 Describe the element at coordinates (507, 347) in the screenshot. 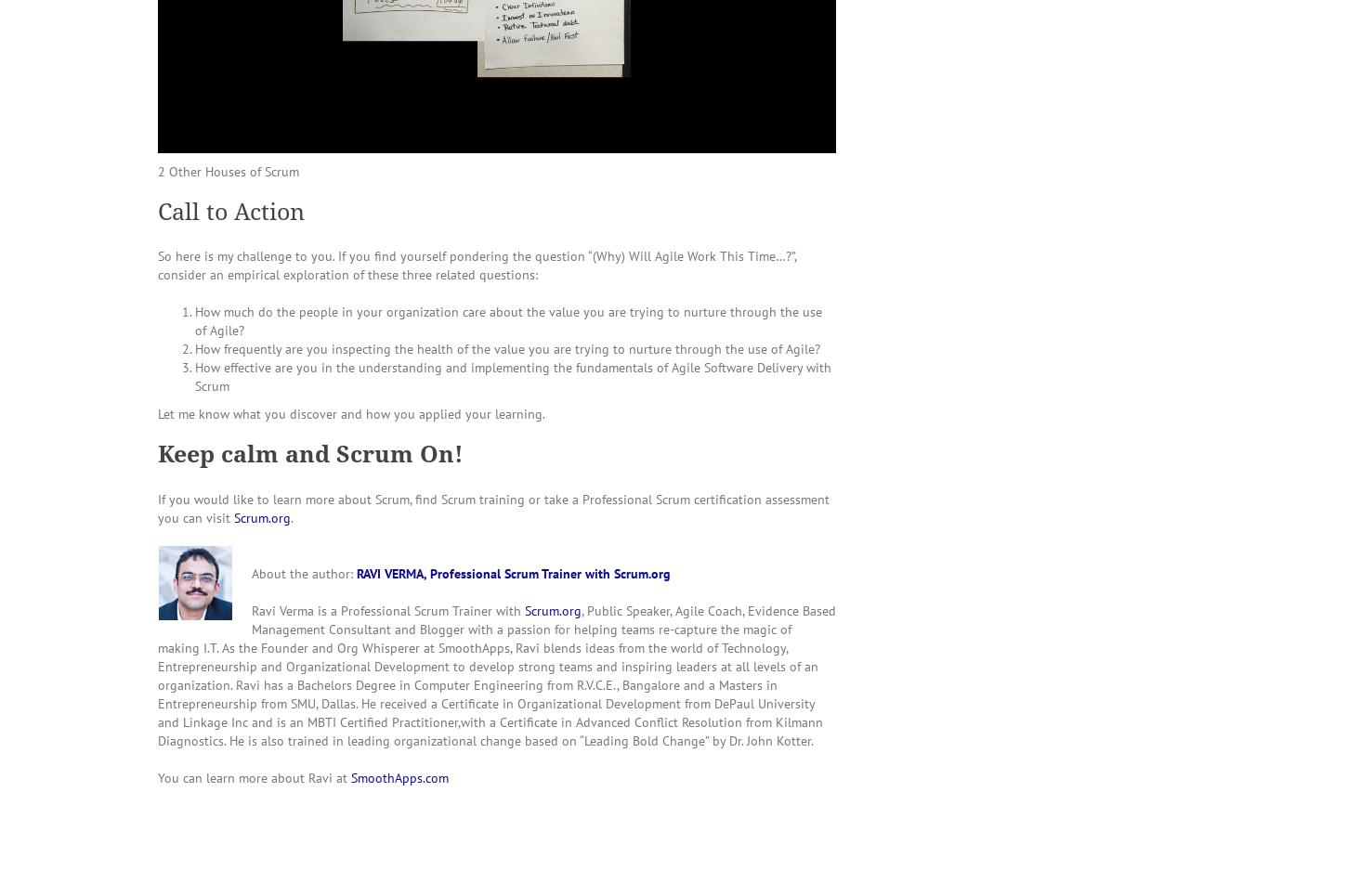

I see `'How frequently are you inspecting the health of the value you are trying to nurture through the use of Agile?'` at that location.